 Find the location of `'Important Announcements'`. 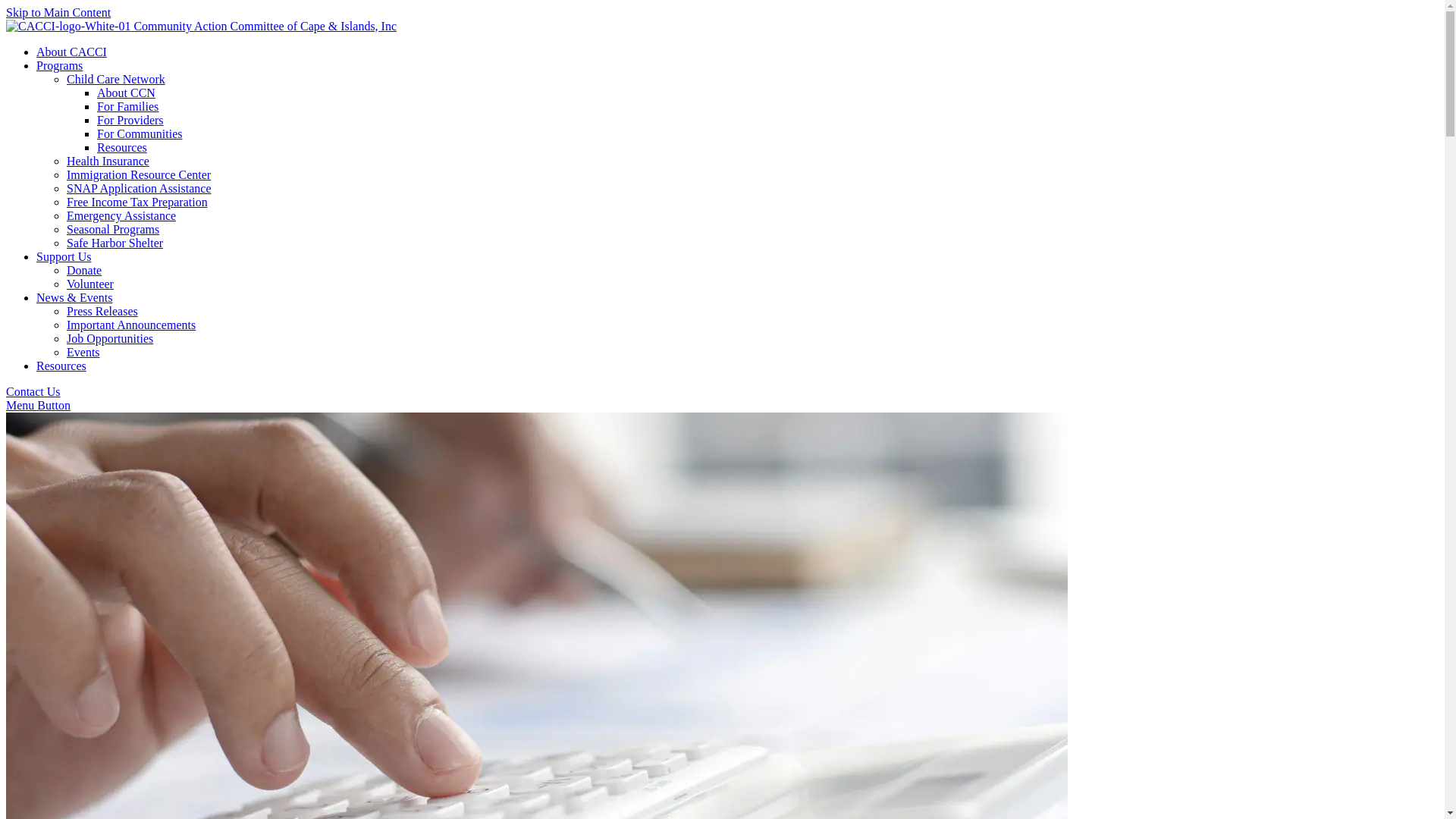

'Important Announcements' is located at coordinates (130, 324).